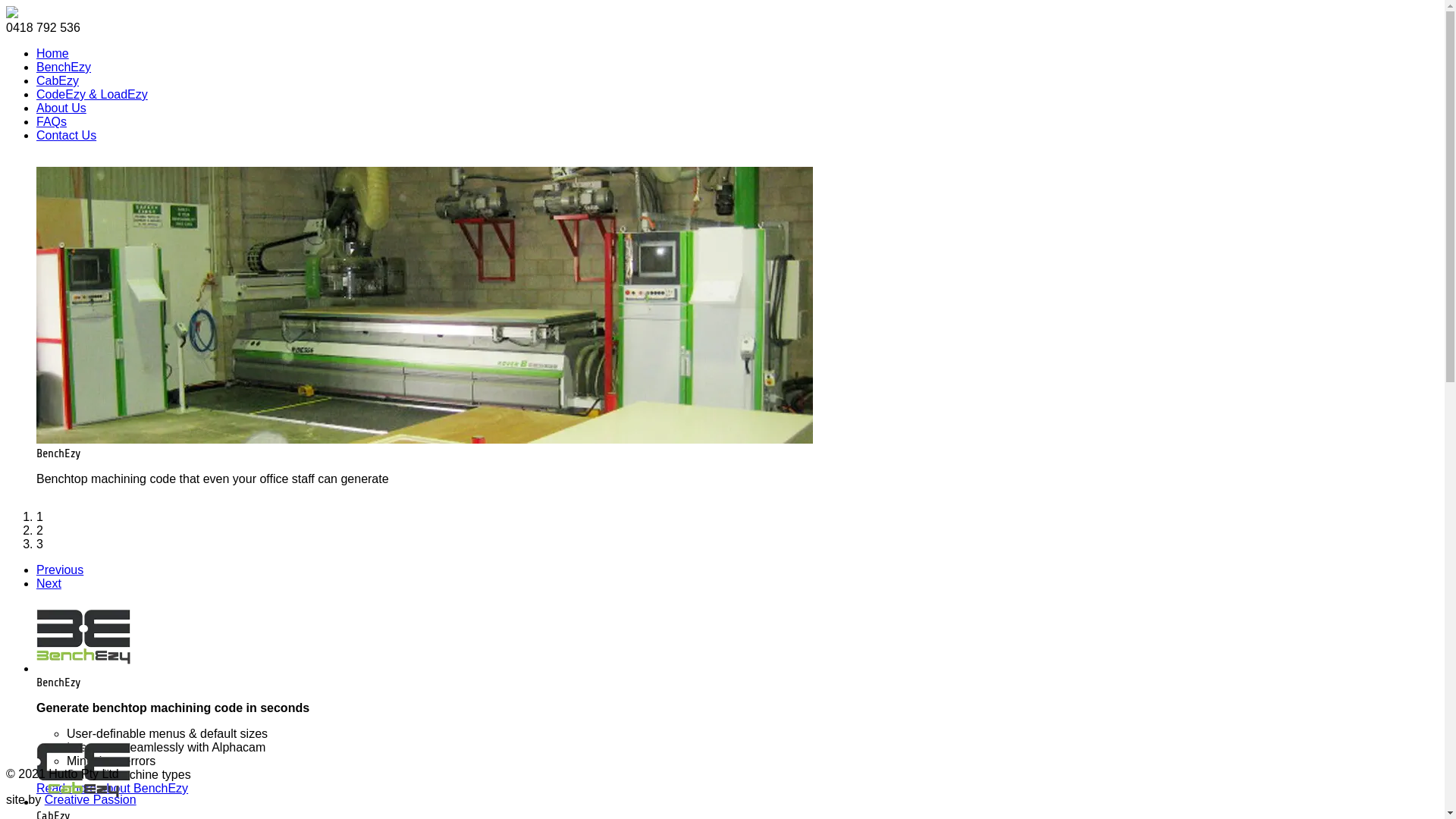 The height and width of the screenshot is (819, 1456). What do you see at coordinates (59, 570) in the screenshot?
I see `'Previous'` at bounding box center [59, 570].